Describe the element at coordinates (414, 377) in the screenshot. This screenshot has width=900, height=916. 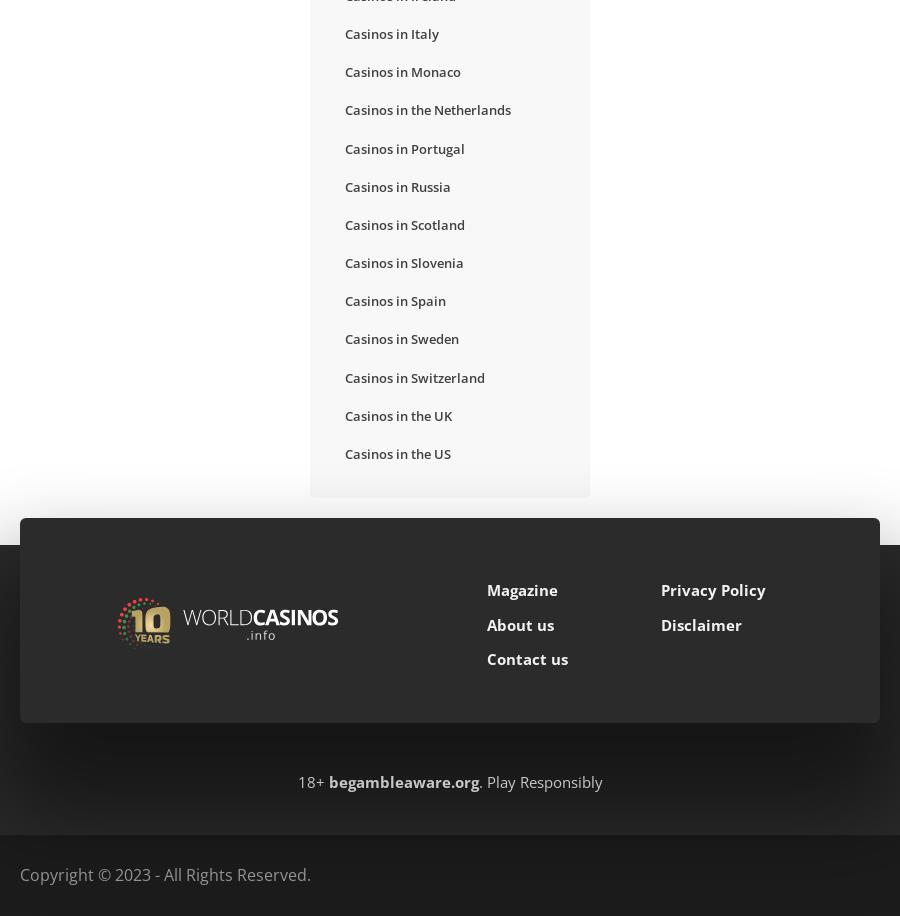
I see `'Casinos in Switzerland'` at that location.